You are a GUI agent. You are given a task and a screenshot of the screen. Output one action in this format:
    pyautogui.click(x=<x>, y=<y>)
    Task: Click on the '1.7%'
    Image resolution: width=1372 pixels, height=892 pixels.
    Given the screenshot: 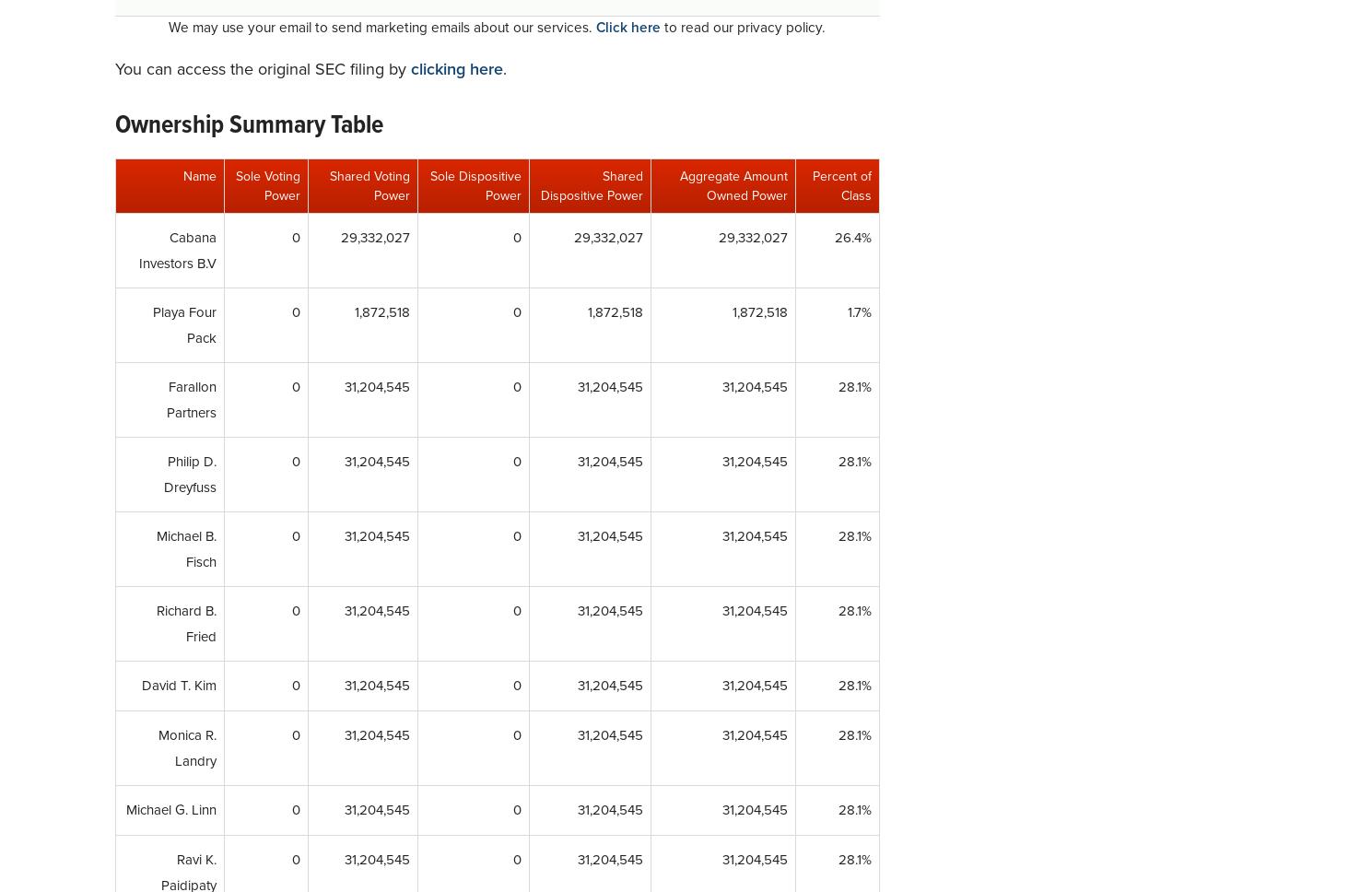 What is the action you would take?
    pyautogui.click(x=846, y=311)
    